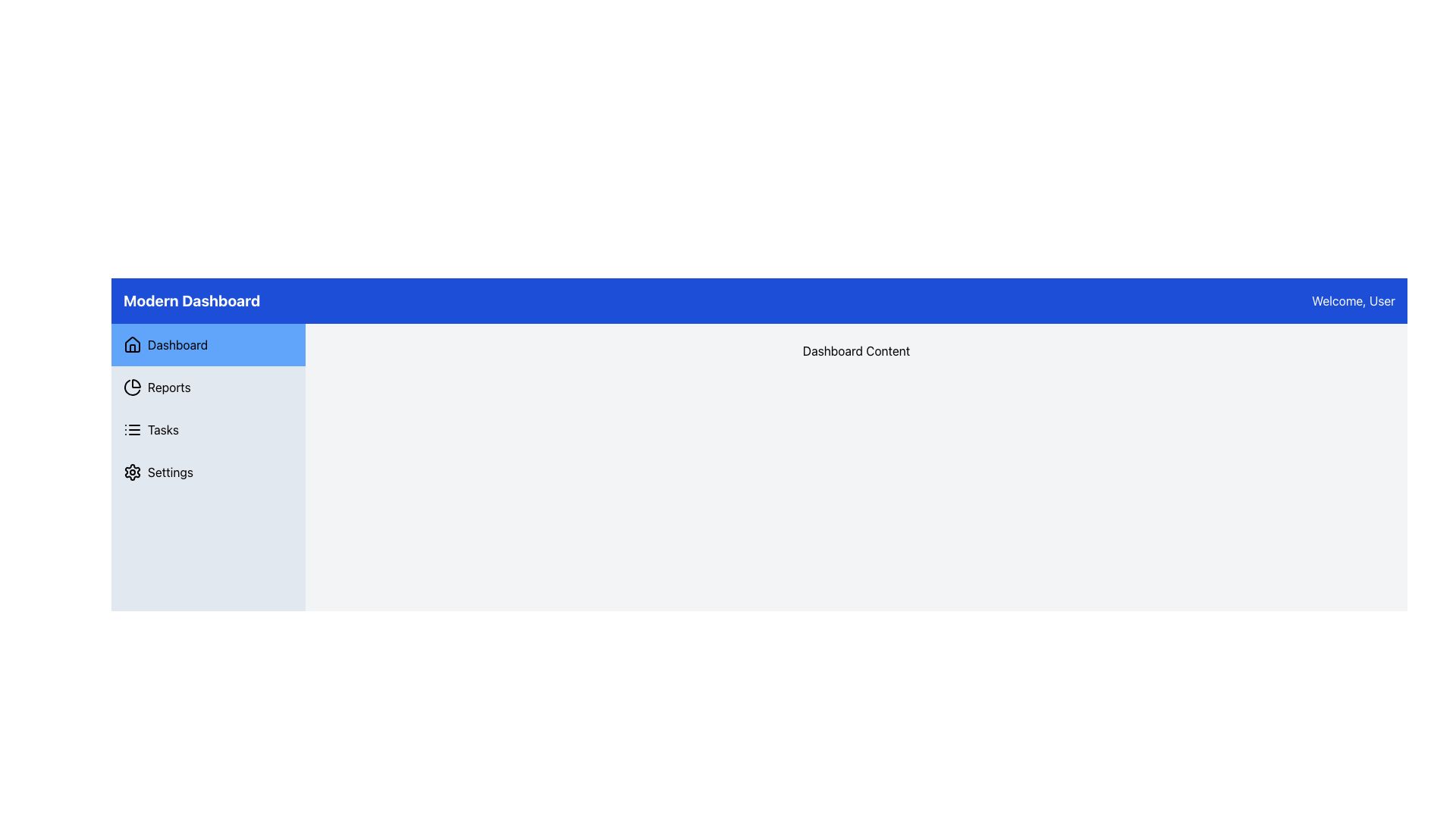 The width and height of the screenshot is (1456, 819). I want to click on the Text Label that serves as a title or heading, located near the upper center of the main content area, directly under the top navigation bar, so click(856, 350).